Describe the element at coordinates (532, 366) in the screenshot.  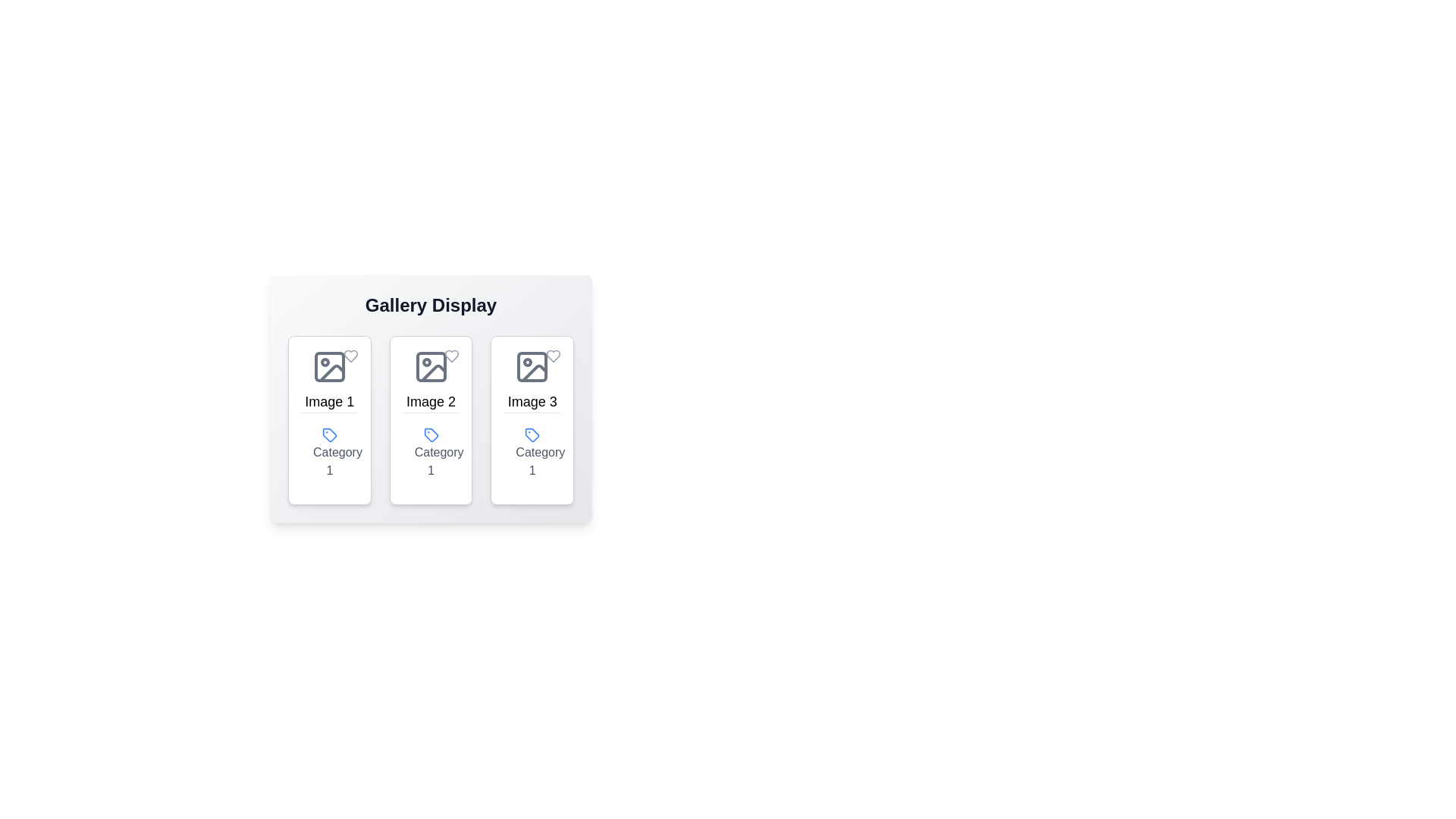
I see `the gray square background shape element located at the top-left corner of the third image placeholder in the gallery display` at that location.